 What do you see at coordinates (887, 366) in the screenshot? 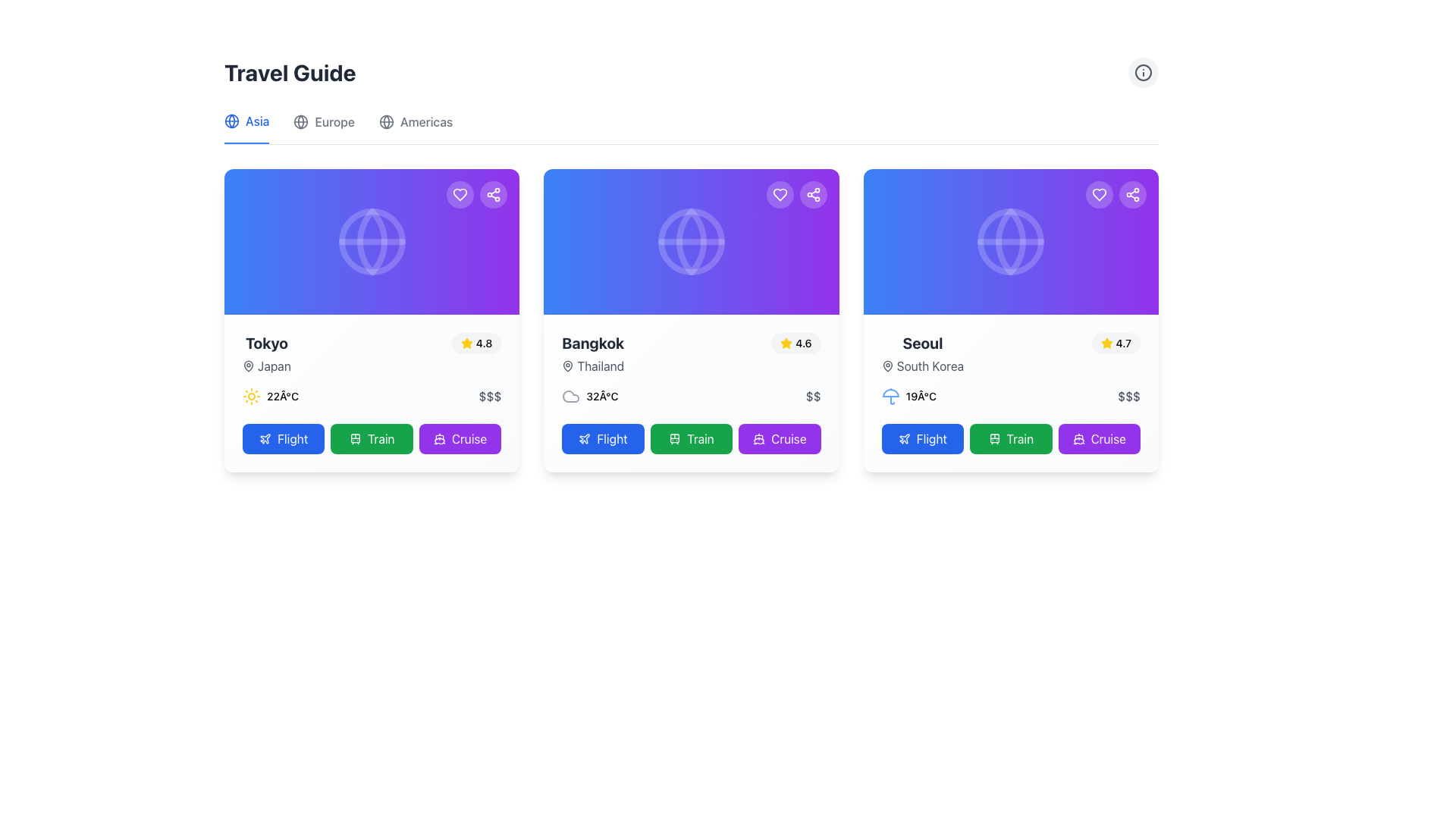
I see `the outline of the map pin symbol representing a location marker for Seoul, which is located in the upper area of the travel card` at bounding box center [887, 366].